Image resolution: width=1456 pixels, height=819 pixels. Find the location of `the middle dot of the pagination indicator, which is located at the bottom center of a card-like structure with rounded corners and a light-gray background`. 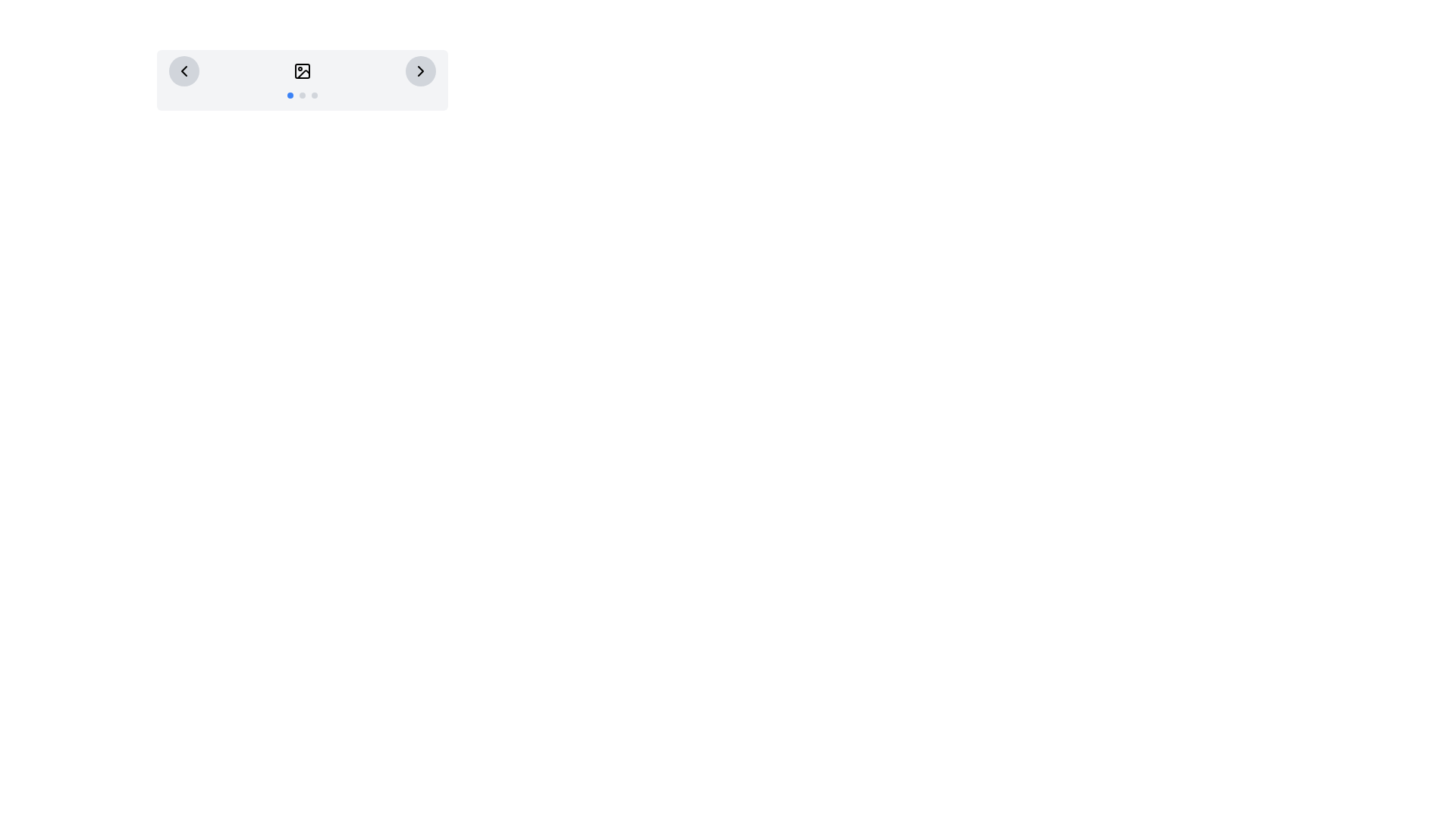

the middle dot of the pagination indicator, which is located at the bottom center of a card-like structure with rounded corners and a light-gray background is located at coordinates (302, 96).